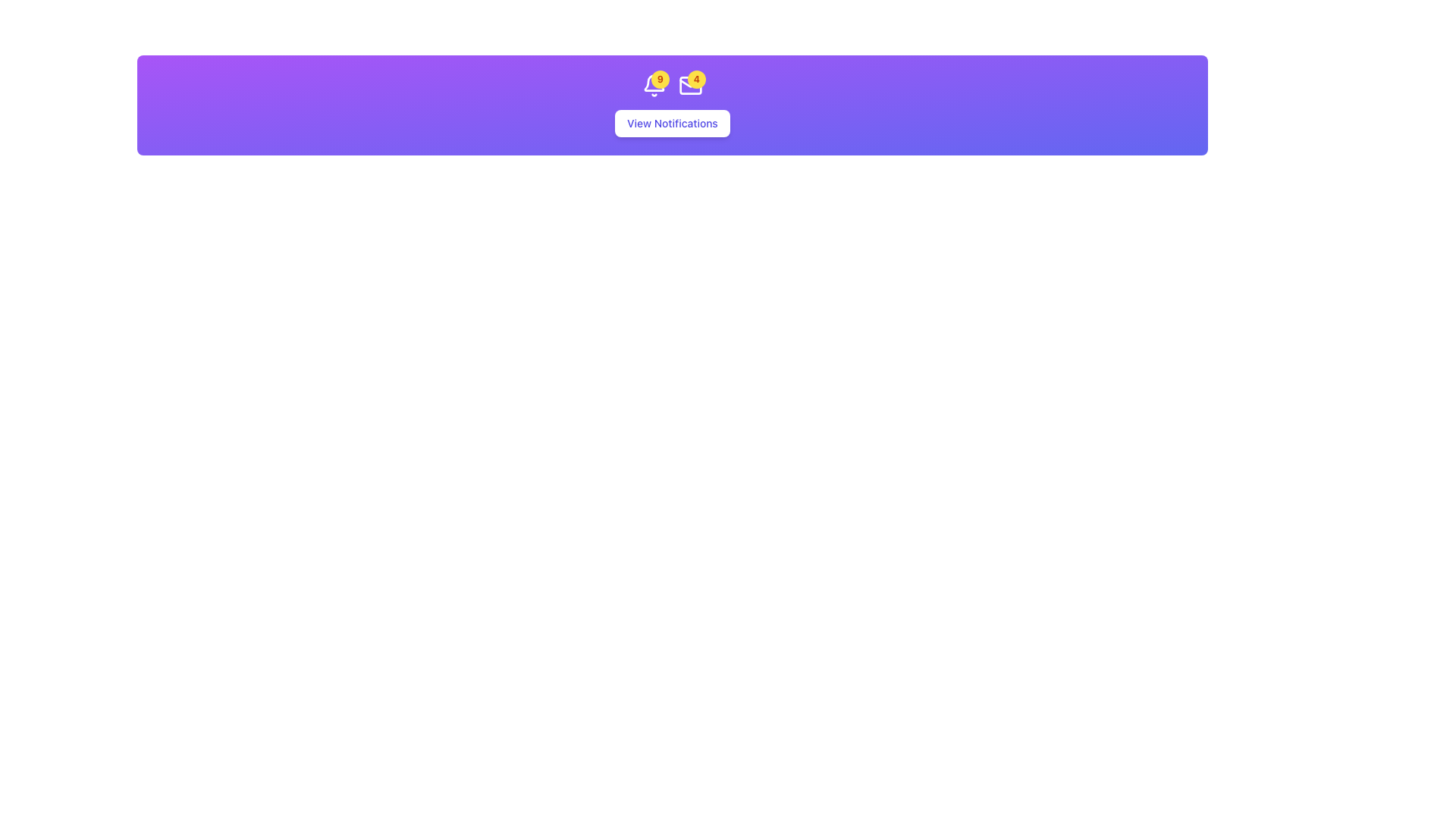 The height and width of the screenshot is (819, 1456). What do you see at coordinates (660, 79) in the screenshot?
I see `the circular notification badge displaying the number '9' in bold orange text on a yellow background, located near the top-right corner of the bell icon` at bounding box center [660, 79].